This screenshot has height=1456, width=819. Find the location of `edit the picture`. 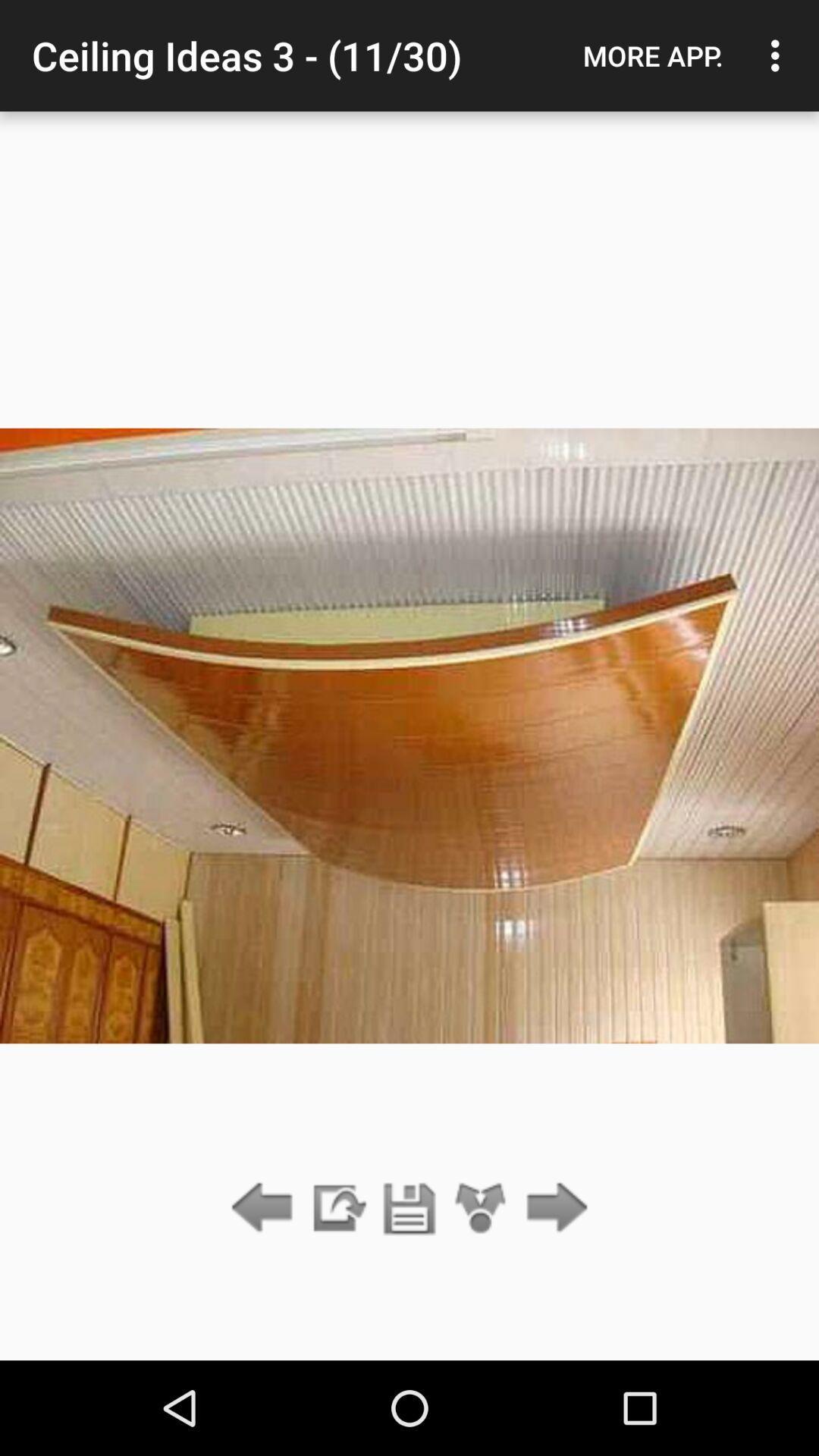

edit the picture is located at coordinates (337, 1208).